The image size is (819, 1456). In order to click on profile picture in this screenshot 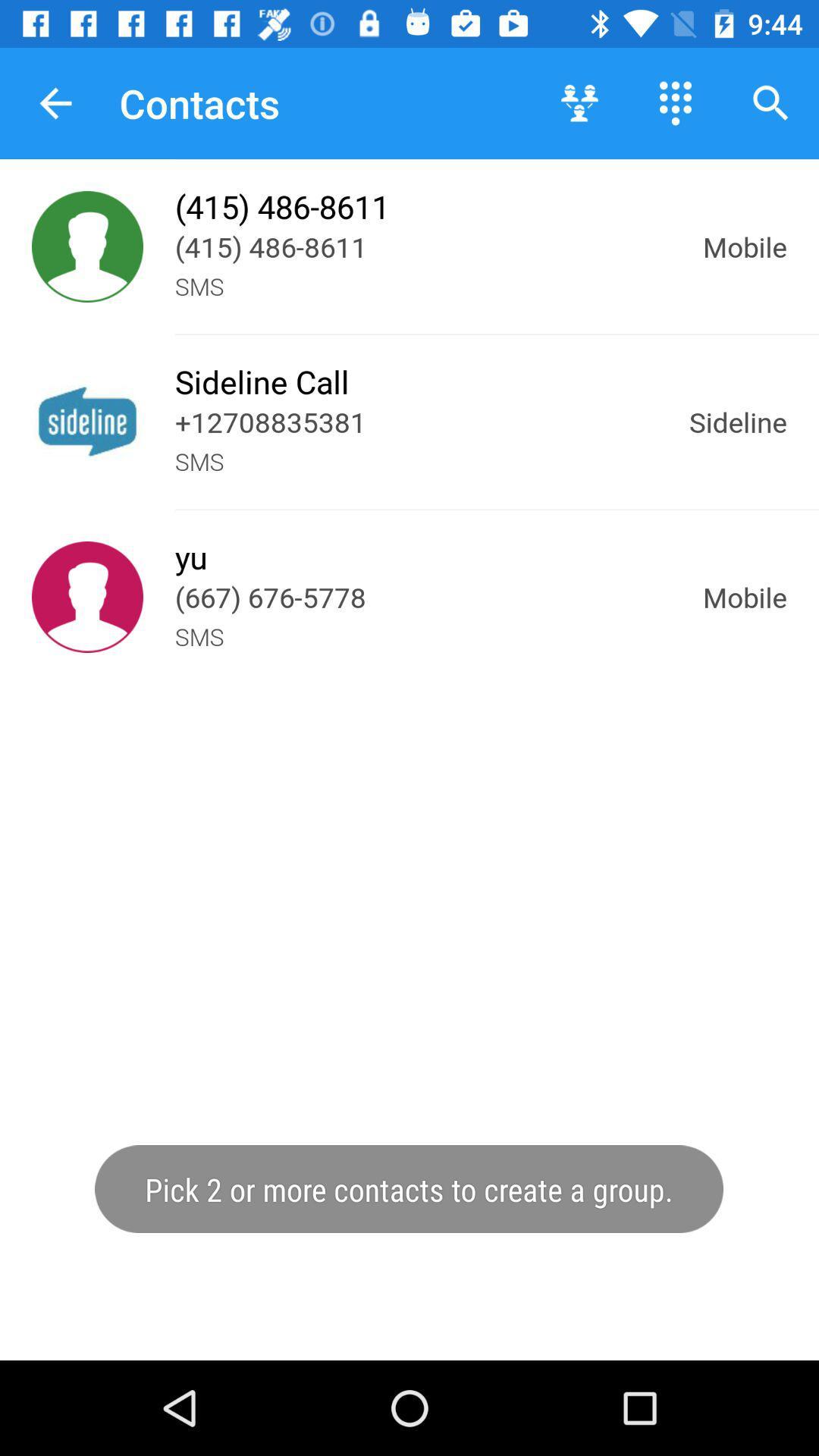, I will do `click(87, 596)`.